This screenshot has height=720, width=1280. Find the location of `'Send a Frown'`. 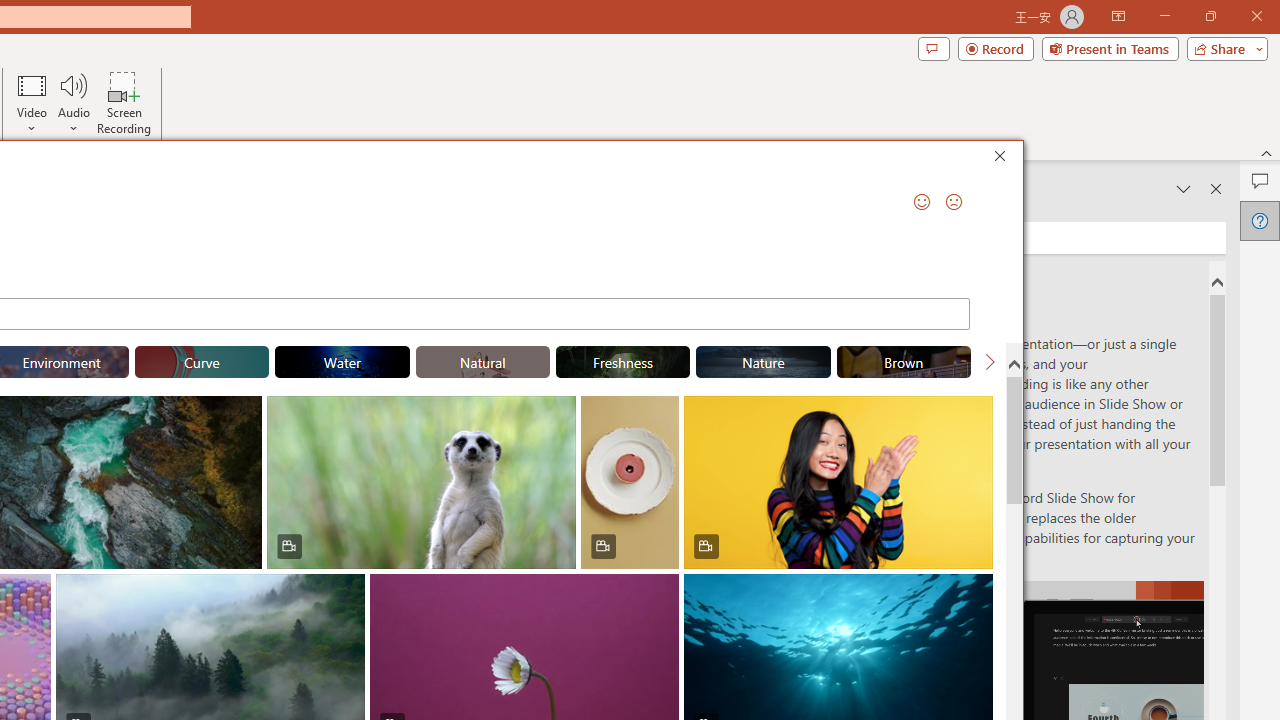

'Send a Frown' is located at coordinates (953, 201).